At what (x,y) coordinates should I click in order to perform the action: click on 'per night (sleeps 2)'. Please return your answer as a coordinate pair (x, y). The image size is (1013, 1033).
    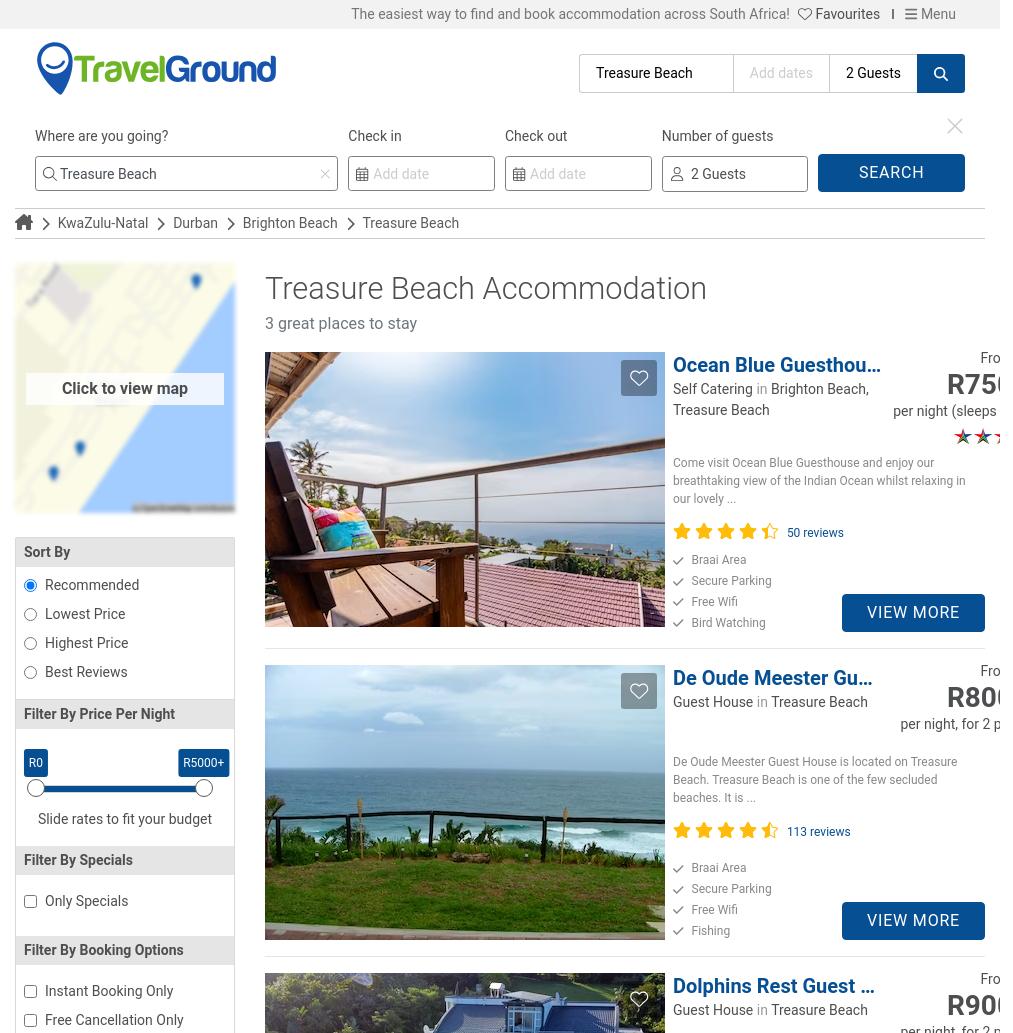
    Looking at the image, I should click on (953, 411).